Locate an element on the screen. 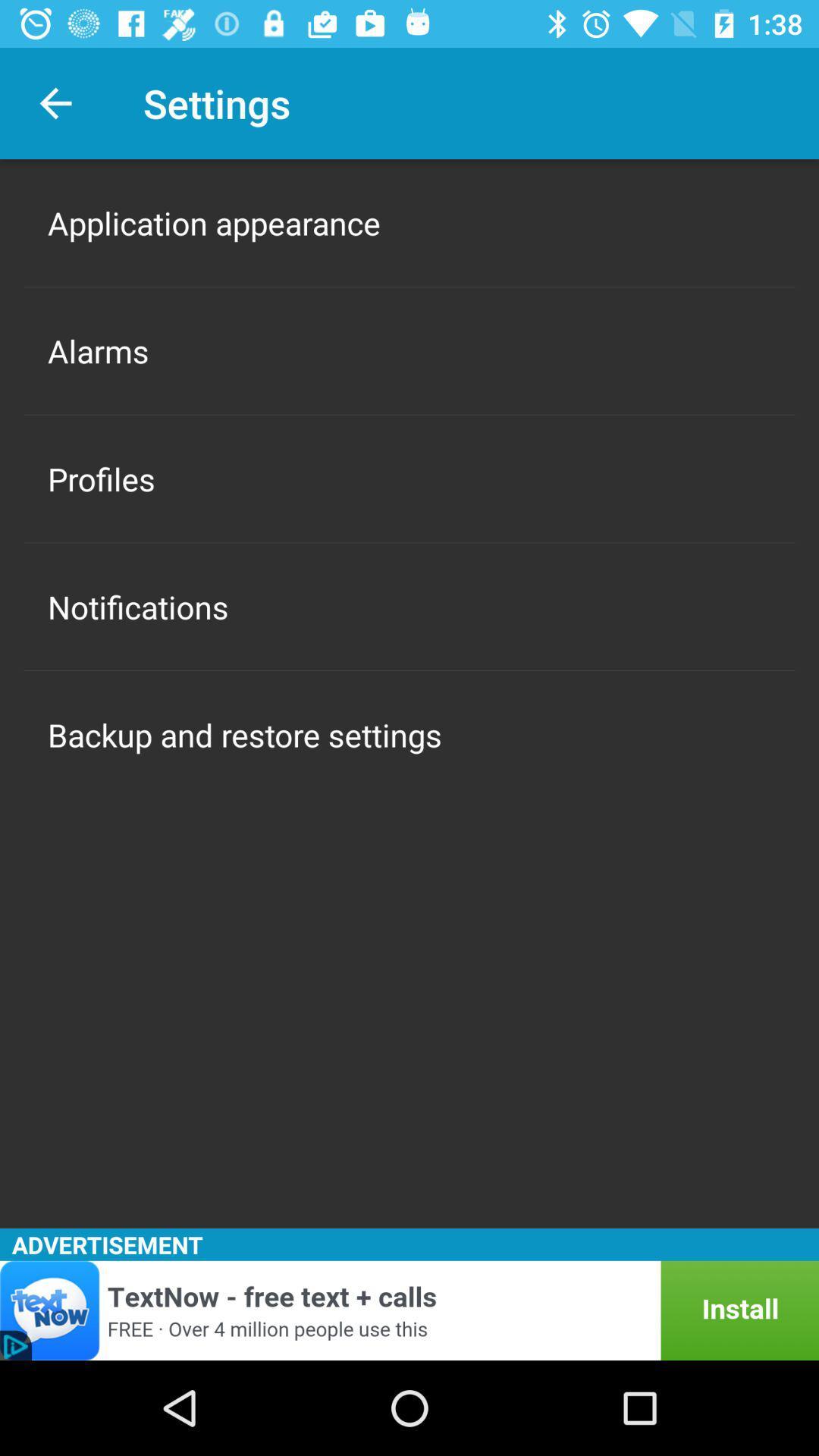 The height and width of the screenshot is (1456, 819). icon next to the settings is located at coordinates (55, 102).